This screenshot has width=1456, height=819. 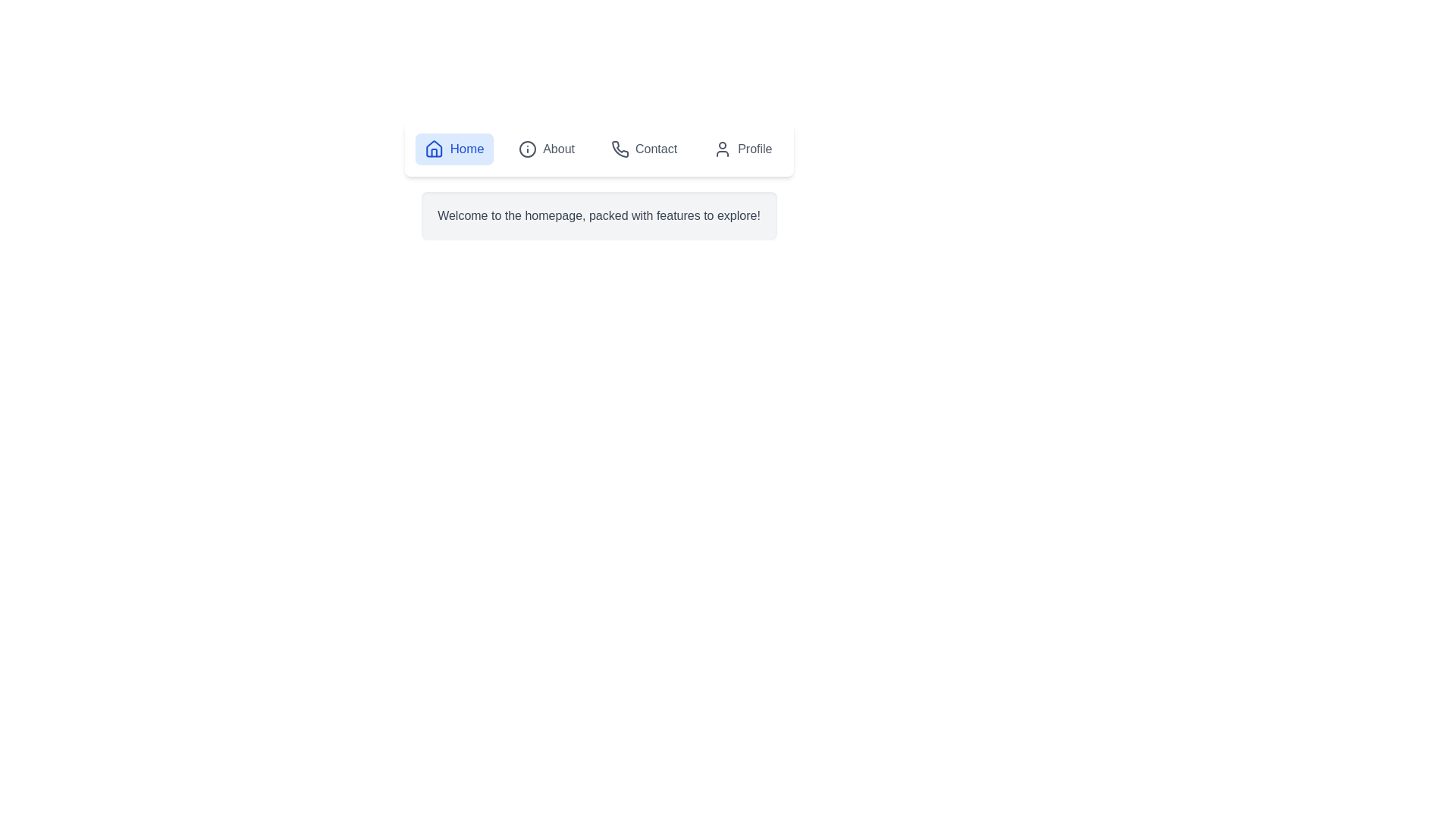 What do you see at coordinates (528, 149) in the screenshot?
I see `the icon of the About tab` at bounding box center [528, 149].